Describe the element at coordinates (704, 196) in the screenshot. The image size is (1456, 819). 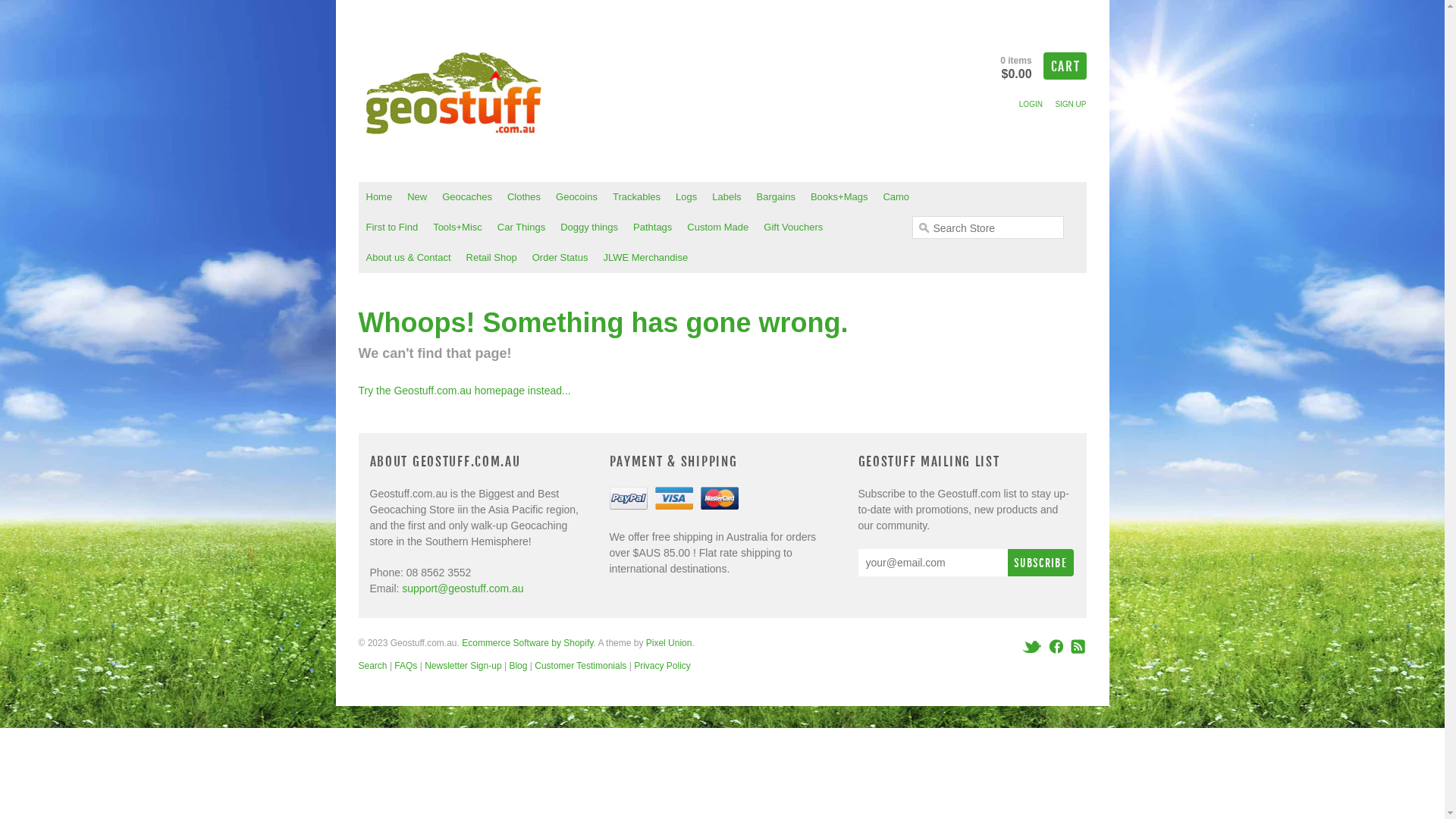
I see `'Labels'` at that location.